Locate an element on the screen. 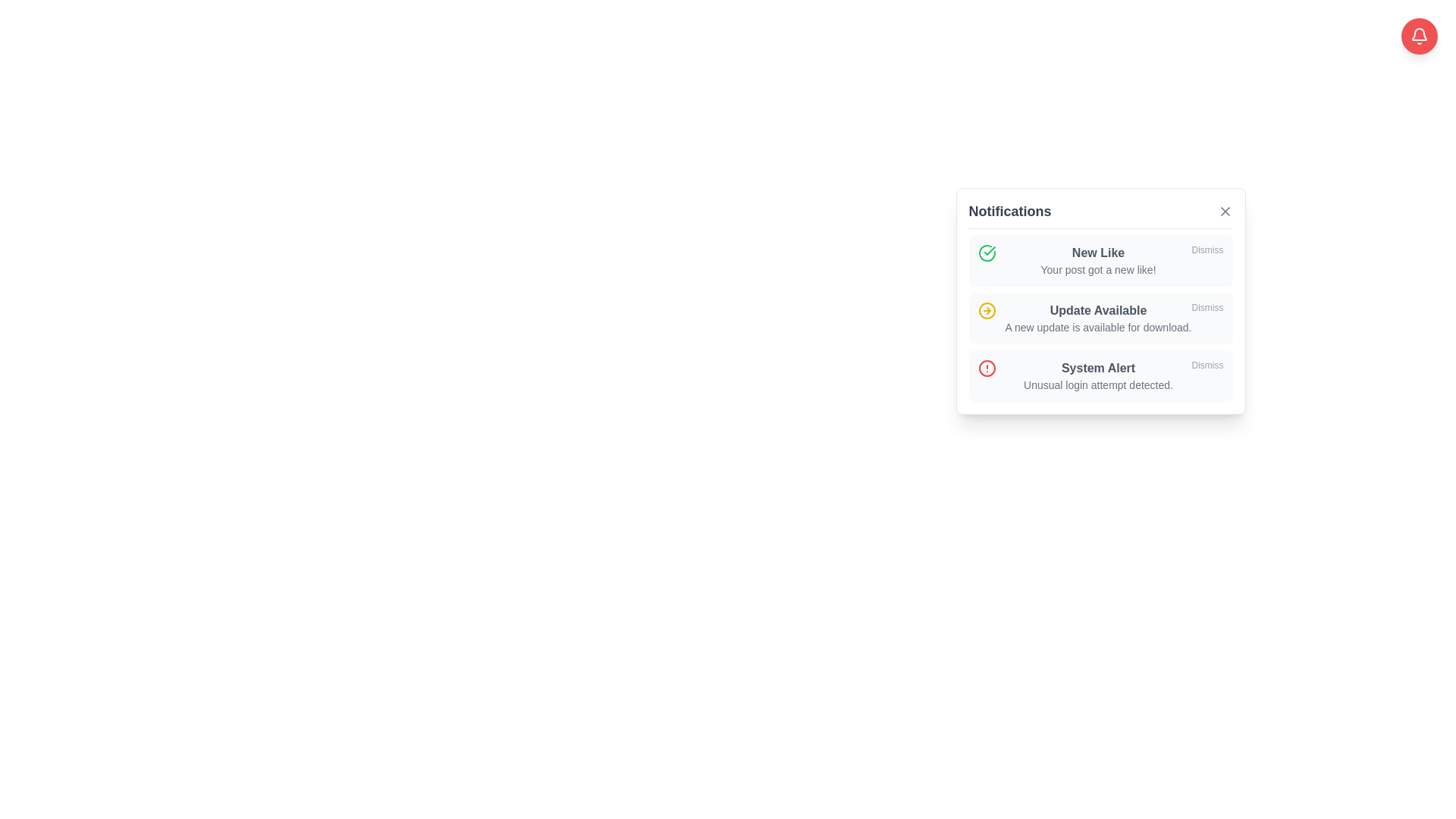 The image size is (1456, 819). the Notification text indicating a user's post has received a new like, which is located below the positive notification icon and above the 'Dismiss' button is located at coordinates (1098, 259).